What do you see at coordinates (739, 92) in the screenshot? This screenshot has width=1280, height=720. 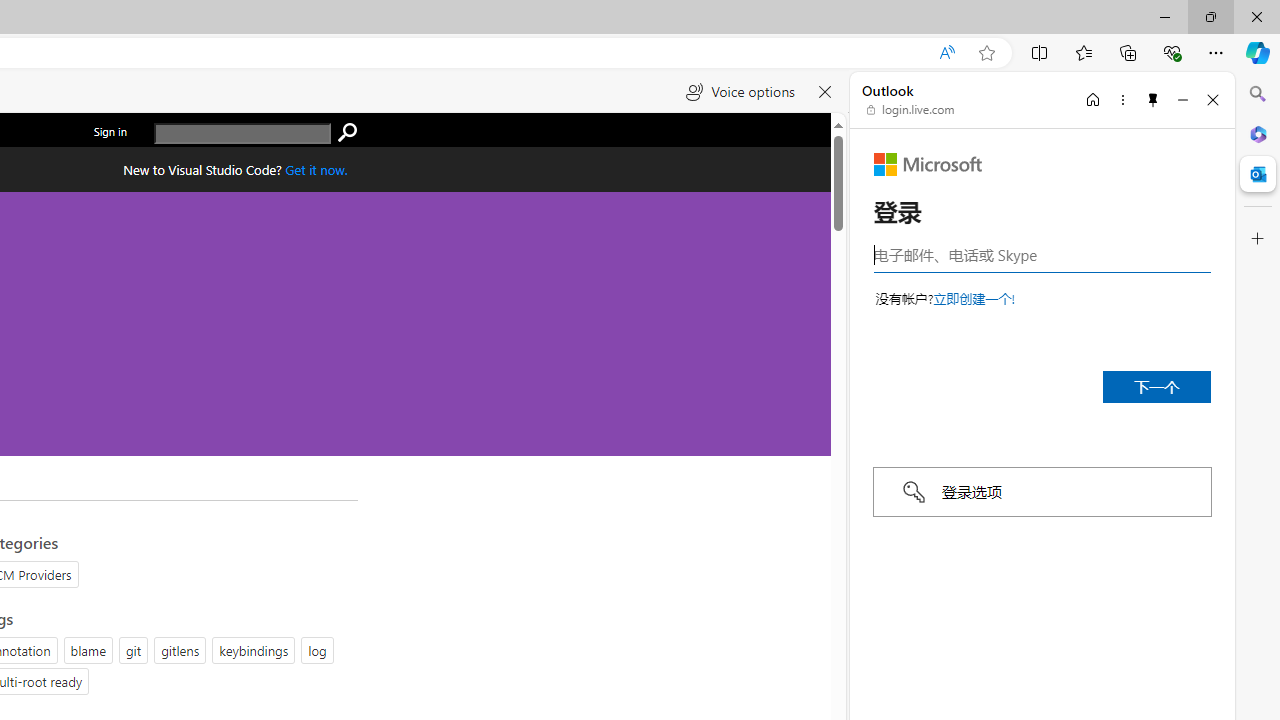 I see `'Voice options'` at bounding box center [739, 92].